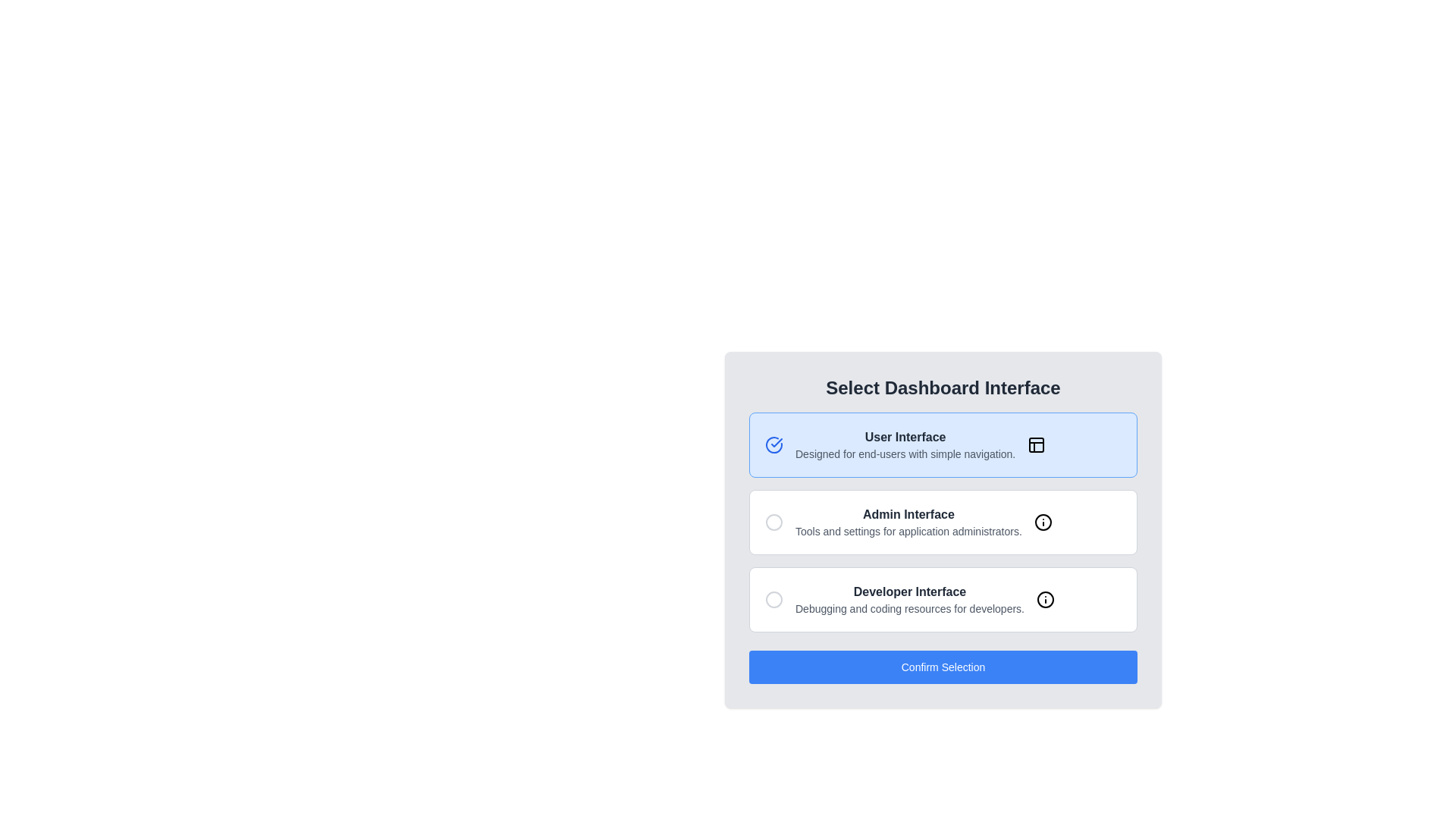 This screenshot has width=1456, height=819. What do you see at coordinates (777, 442) in the screenshot?
I see `the blue checkmark icon, which is part of a circular SVG element associated with the 'User Interface' option at the top of the choices` at bounding box center [777, 442].